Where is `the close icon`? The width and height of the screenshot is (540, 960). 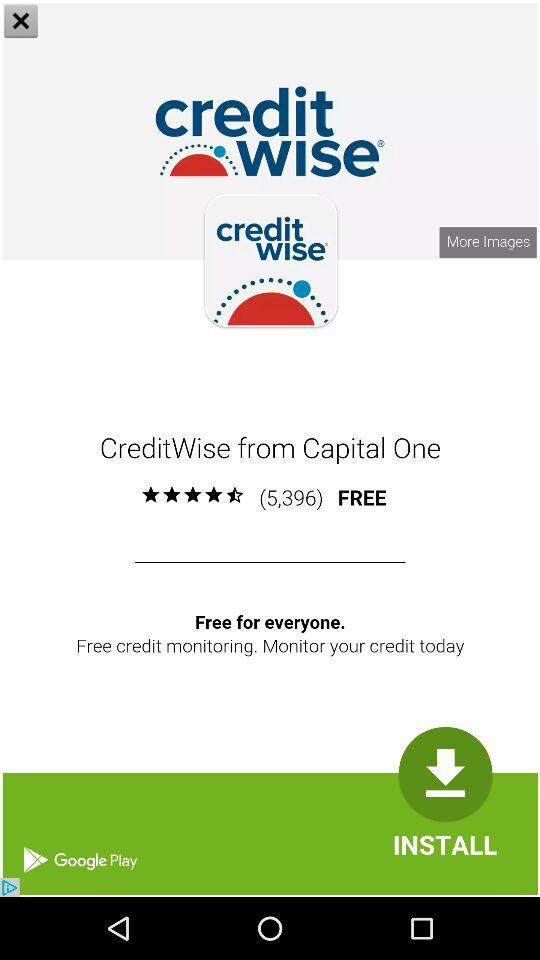 the close icon is located at coordinates (20, 21).